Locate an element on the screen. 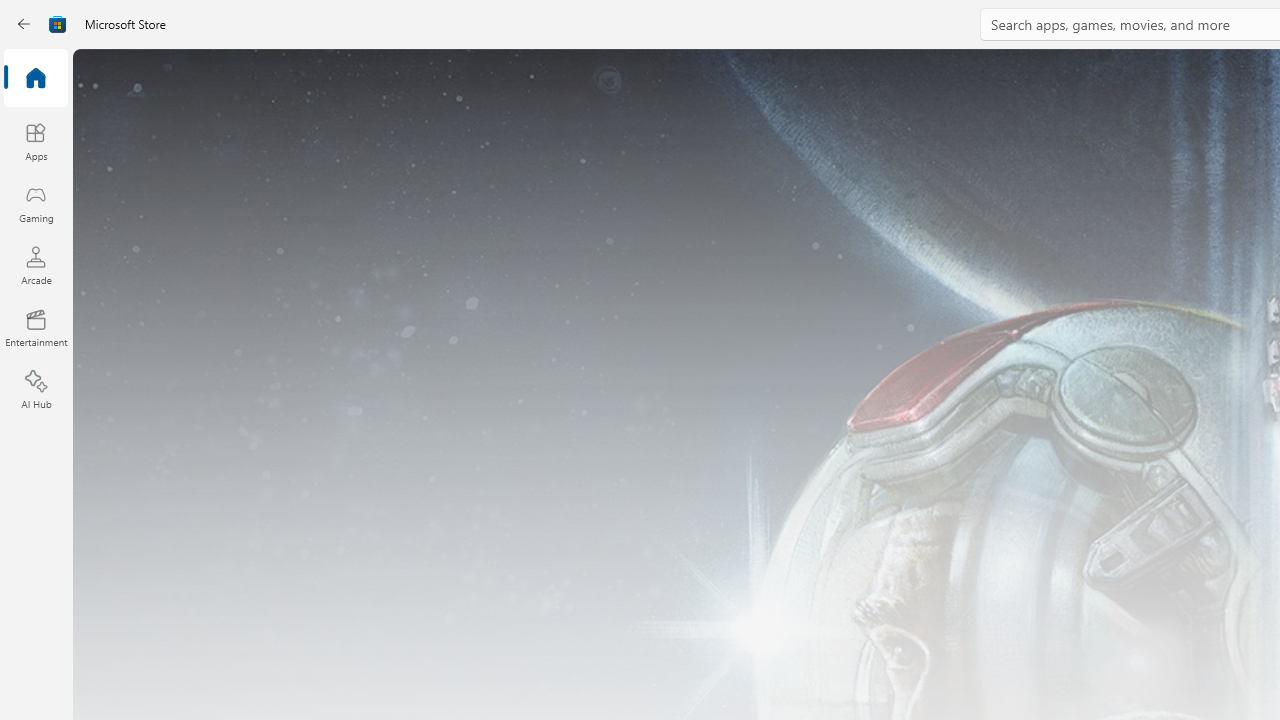 The image size is (1280, 720). 'Home' is located at coordinates (35, 78).